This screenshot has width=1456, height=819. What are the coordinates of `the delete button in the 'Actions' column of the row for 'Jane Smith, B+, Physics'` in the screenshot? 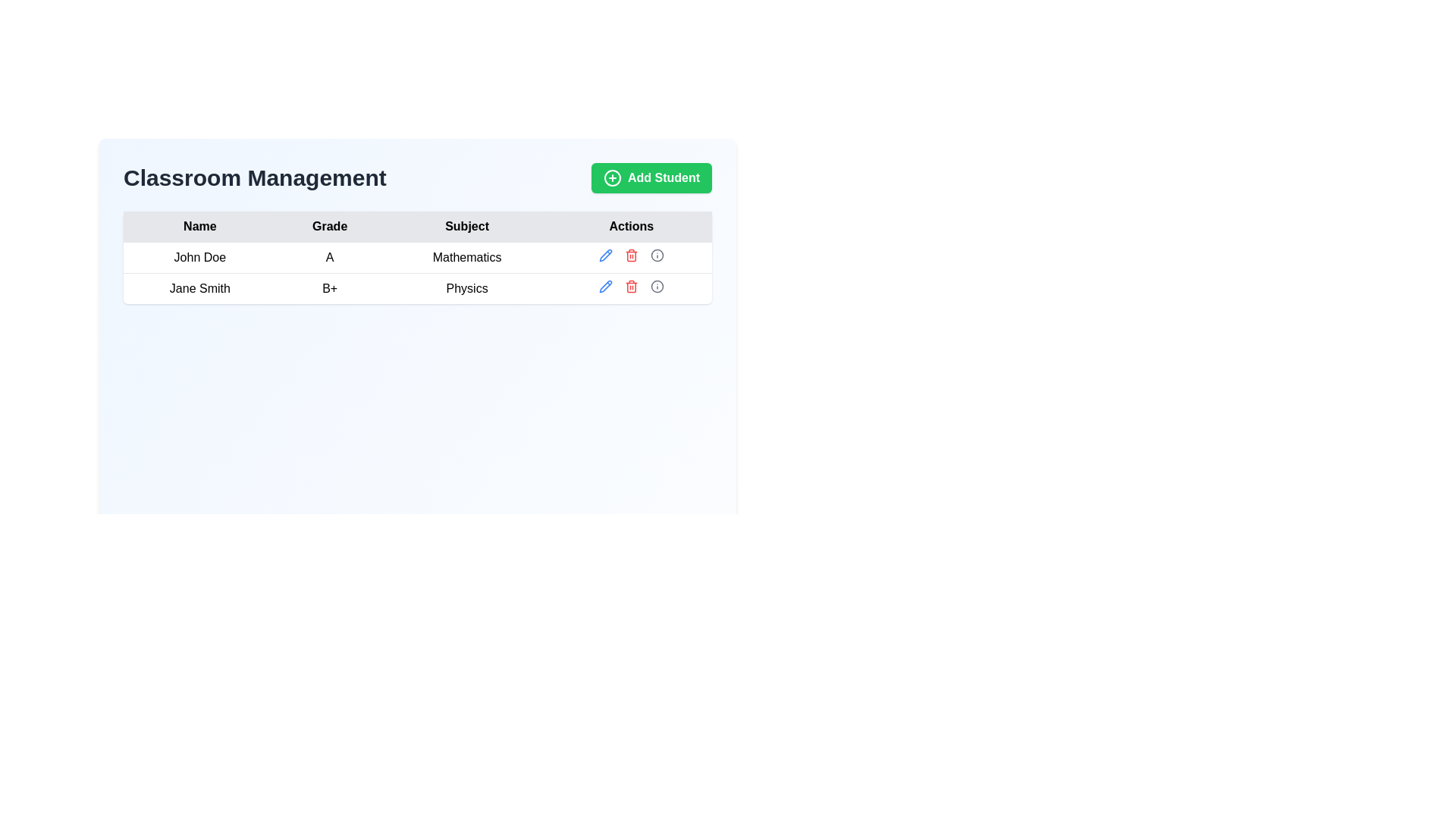 It's located at (631, 287).